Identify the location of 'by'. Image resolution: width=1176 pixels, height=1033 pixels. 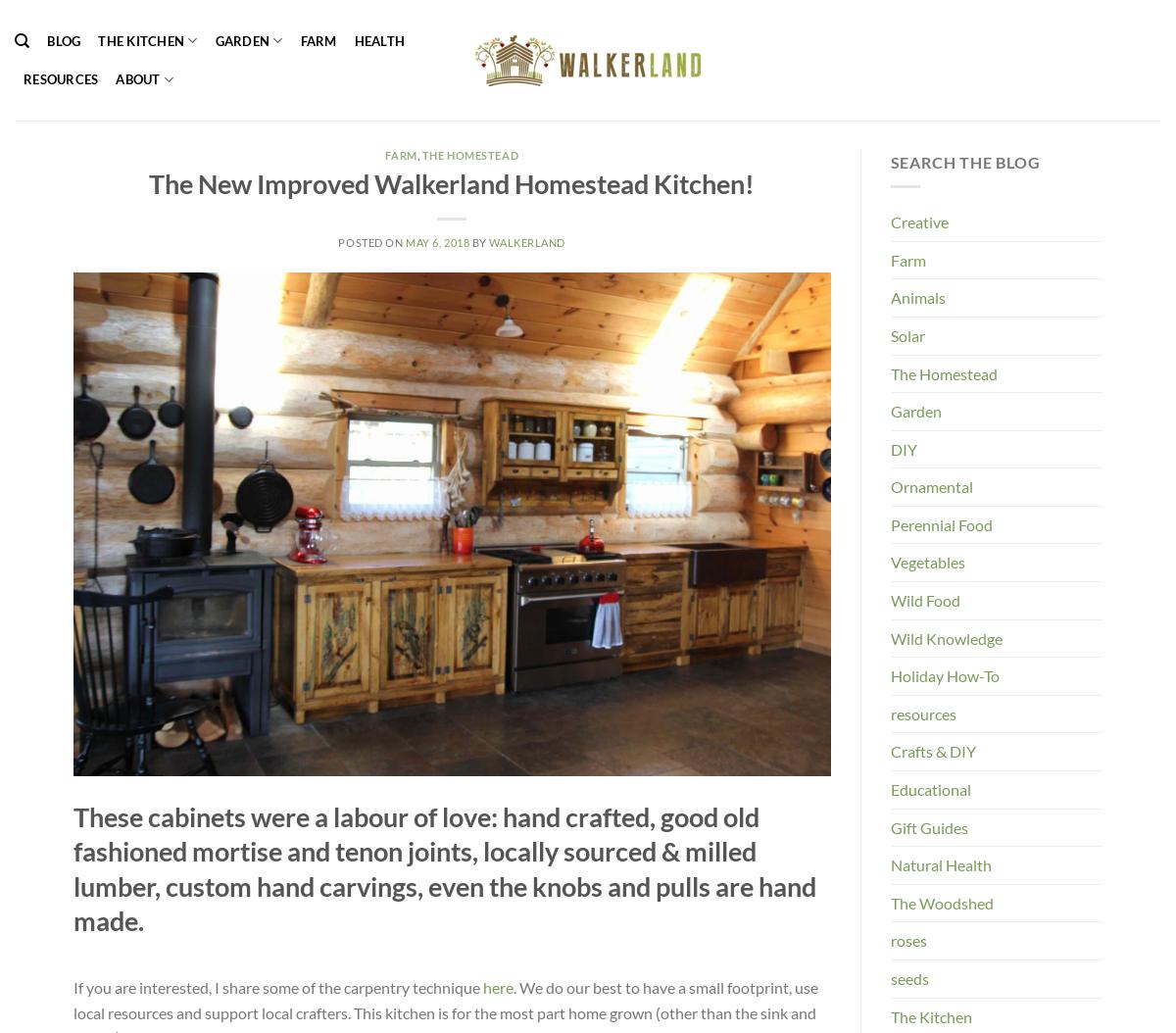
(477, 241).